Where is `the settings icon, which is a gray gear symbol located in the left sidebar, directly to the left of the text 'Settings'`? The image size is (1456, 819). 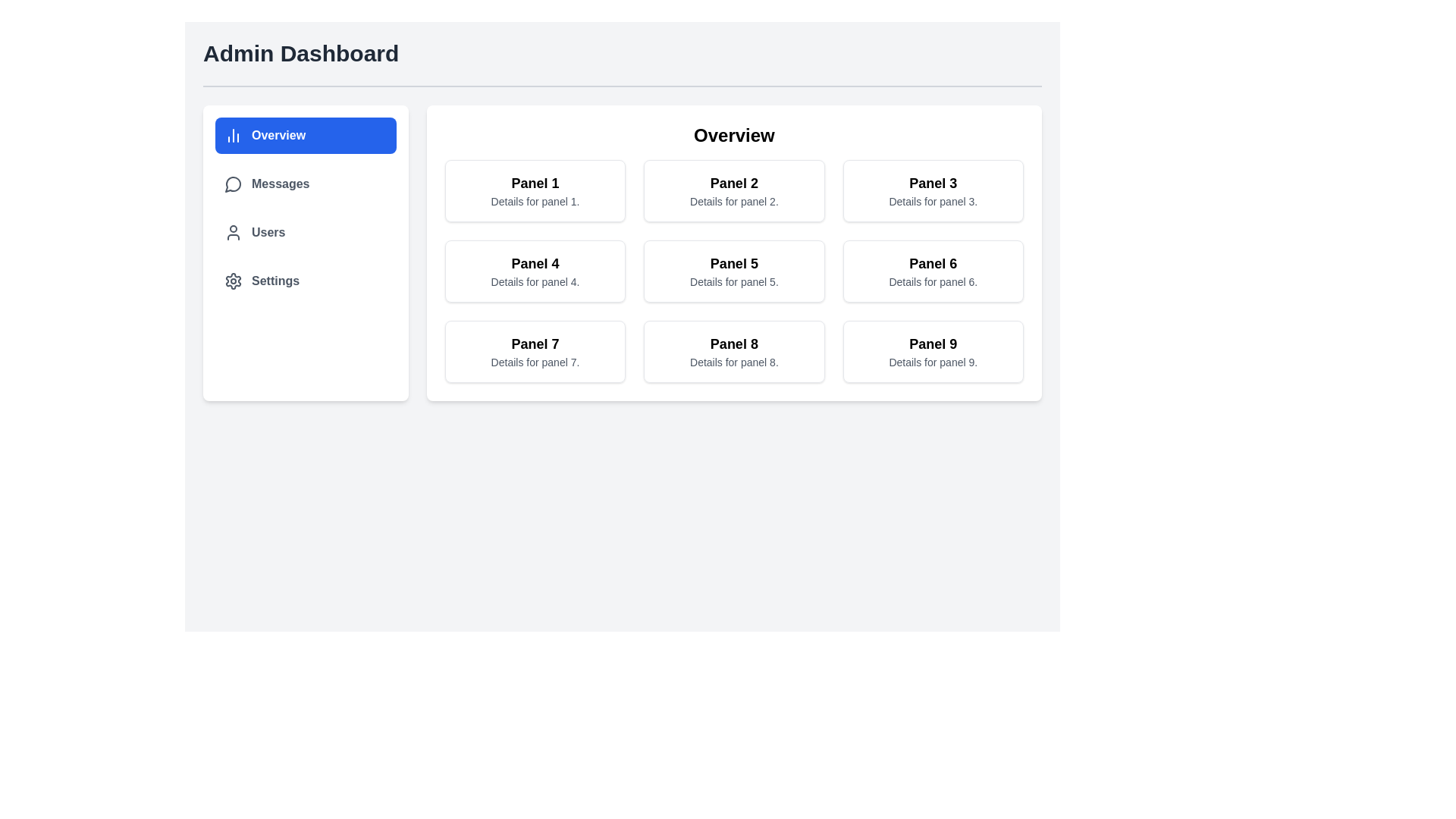 the settings icon, which is a gray gear symbol located in the left sidebar, directly to the left of the text 'Settings' is located at coordinates (232, 281).